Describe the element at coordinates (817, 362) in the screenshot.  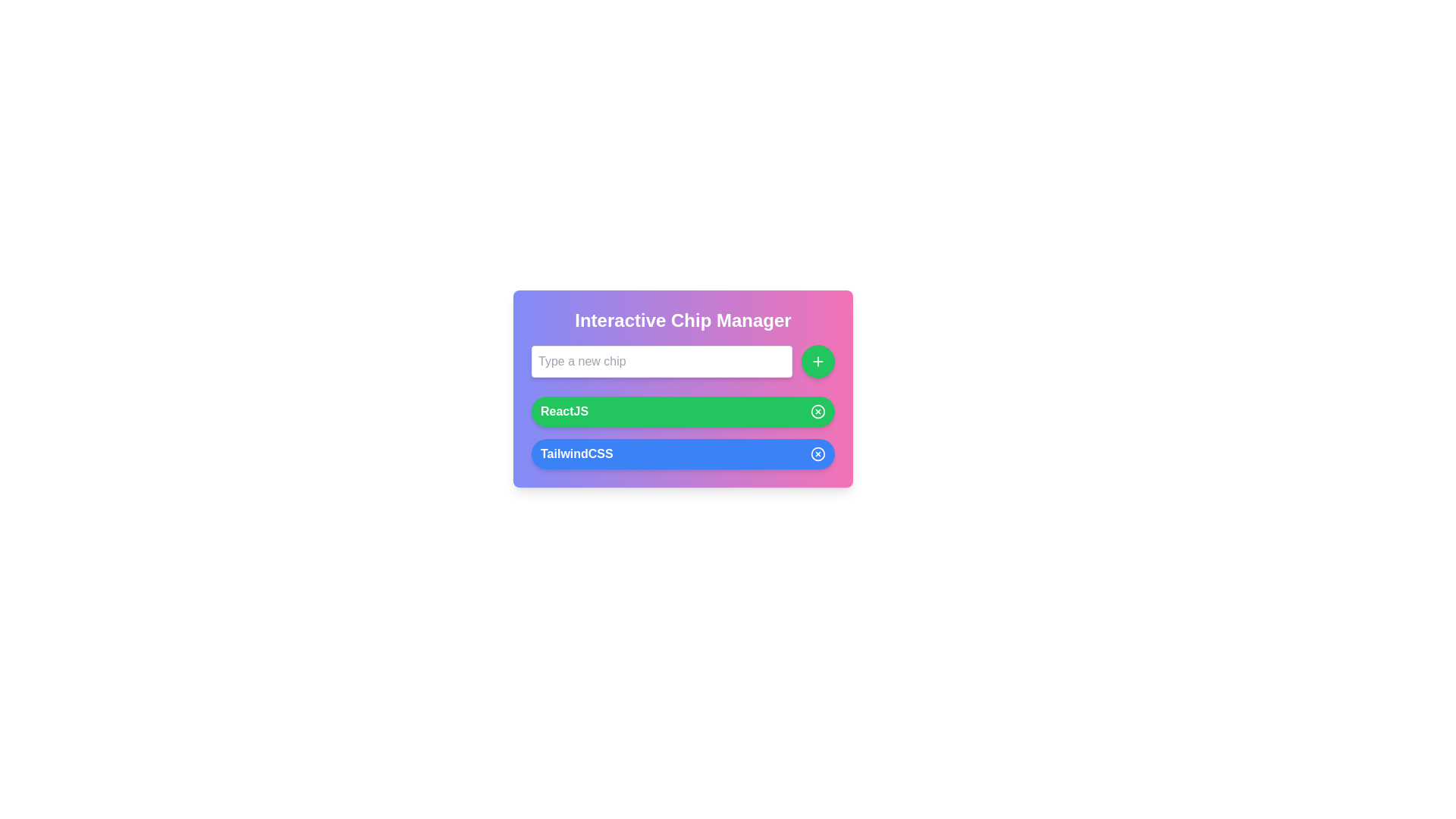
I see `the green circular button with a plus sign located at the top-right corner of the 'Interactive Chip Manager' panel` at that location.